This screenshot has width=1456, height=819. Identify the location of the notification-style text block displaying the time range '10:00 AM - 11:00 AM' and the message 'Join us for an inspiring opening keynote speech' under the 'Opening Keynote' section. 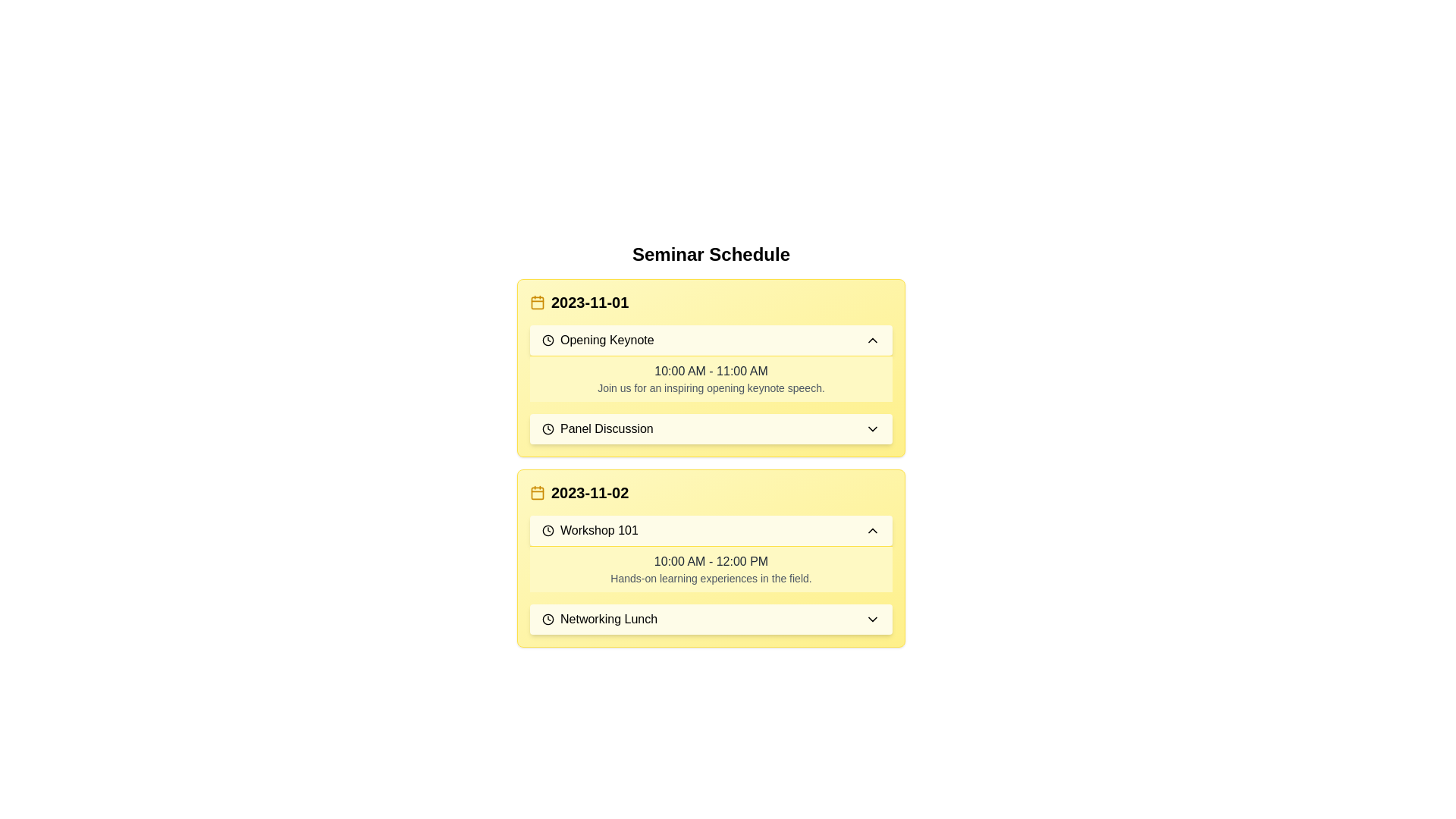
(710, 377).